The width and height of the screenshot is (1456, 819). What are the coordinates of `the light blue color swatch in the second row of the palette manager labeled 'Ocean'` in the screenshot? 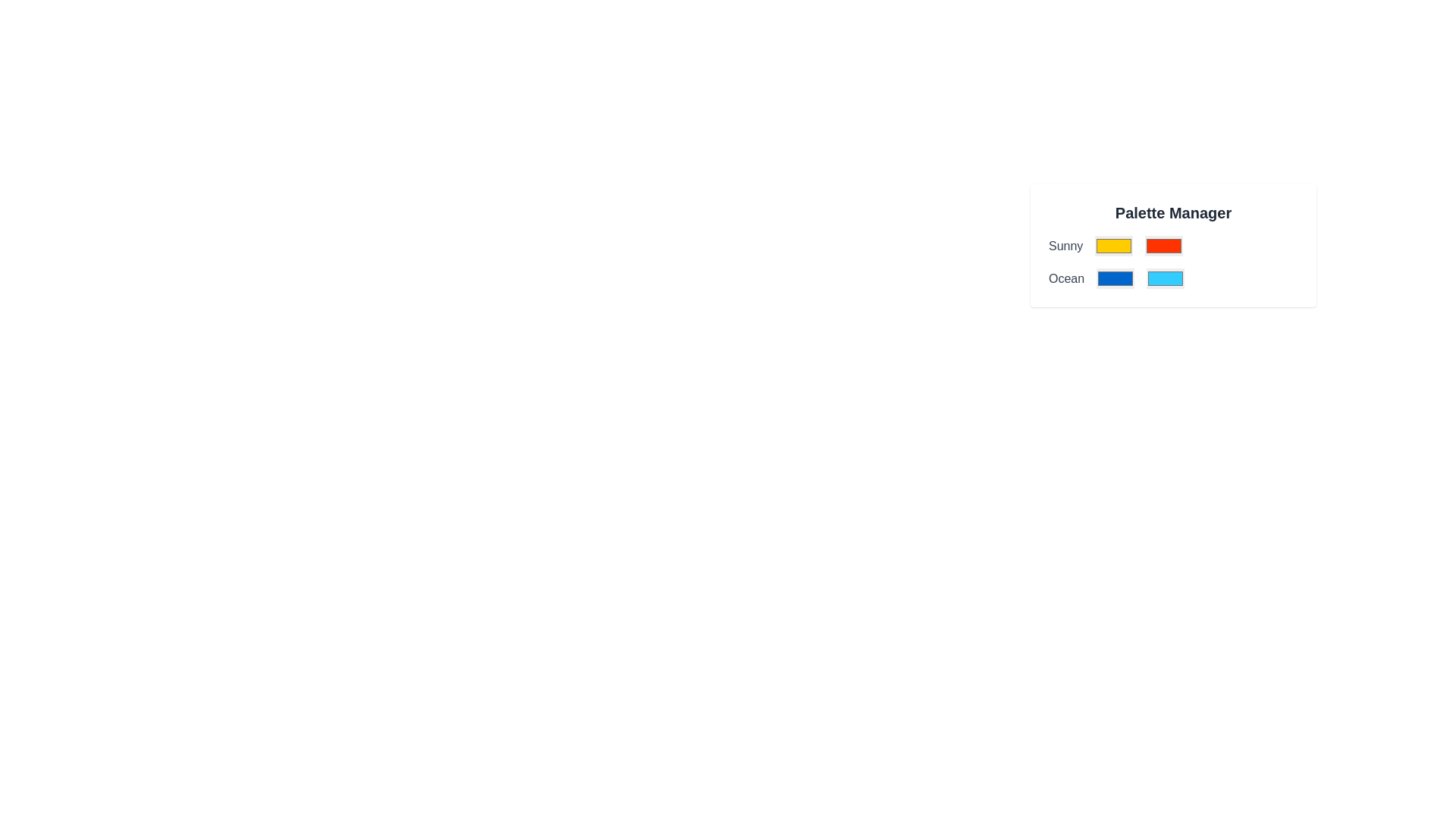 It's located at (1172, 271).